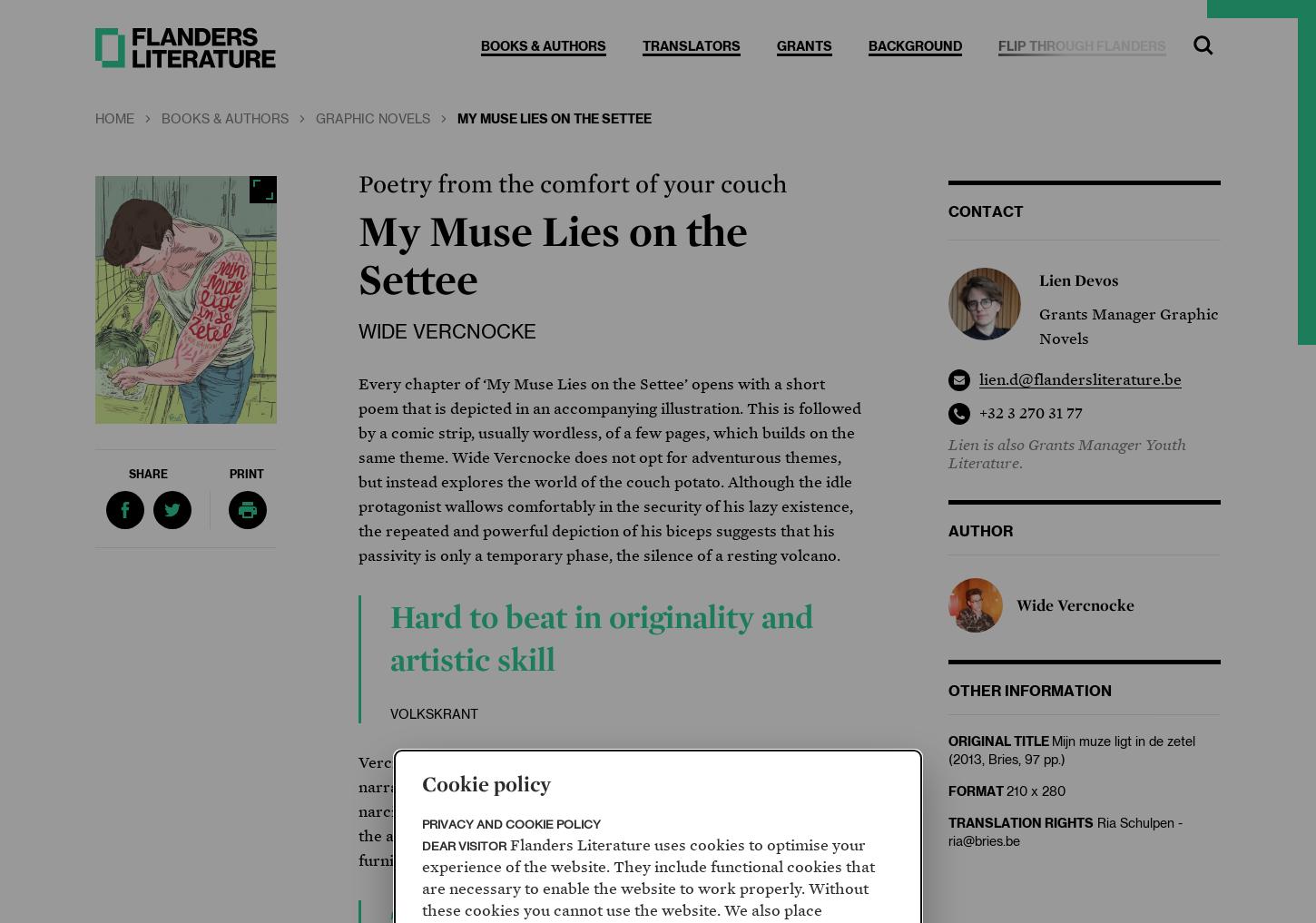 This screenshot has width=1316, height=923. I want to click on '+32 3 270 31 77', so click(1029, 411).